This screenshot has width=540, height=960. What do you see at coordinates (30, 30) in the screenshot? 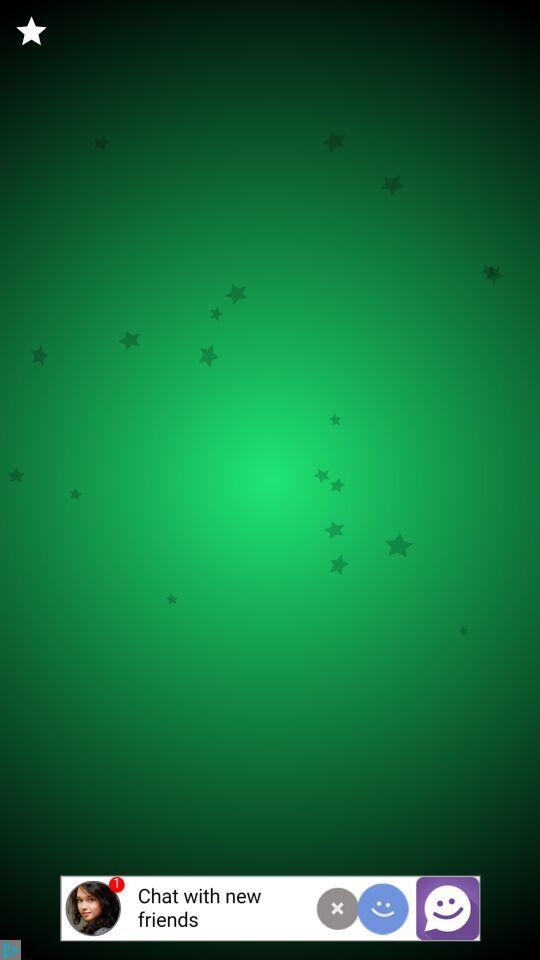
I see `the star icon` at bounding box center [30, 30].